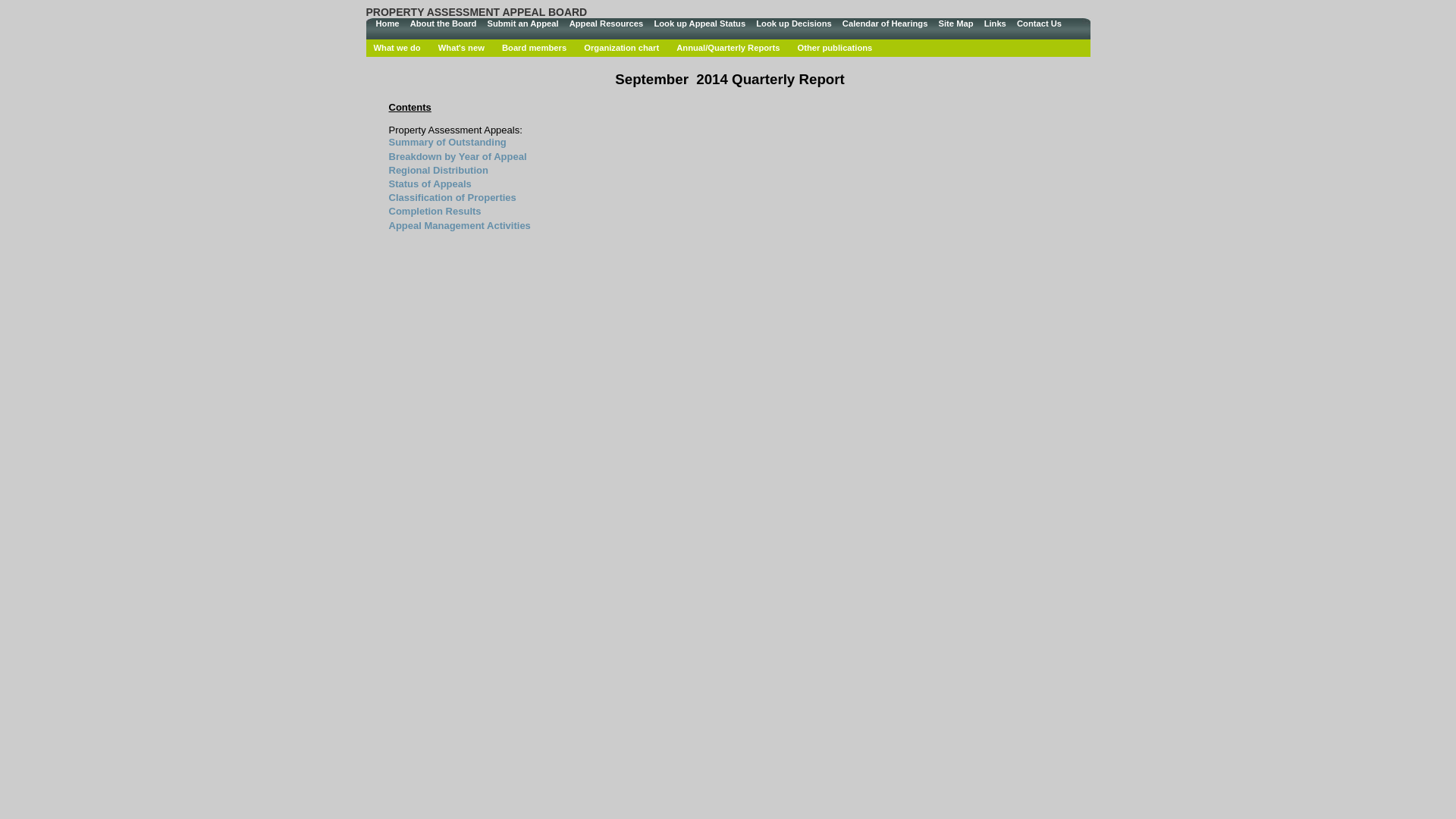  I want to click on 'Contact Us', so click(1038, 24).